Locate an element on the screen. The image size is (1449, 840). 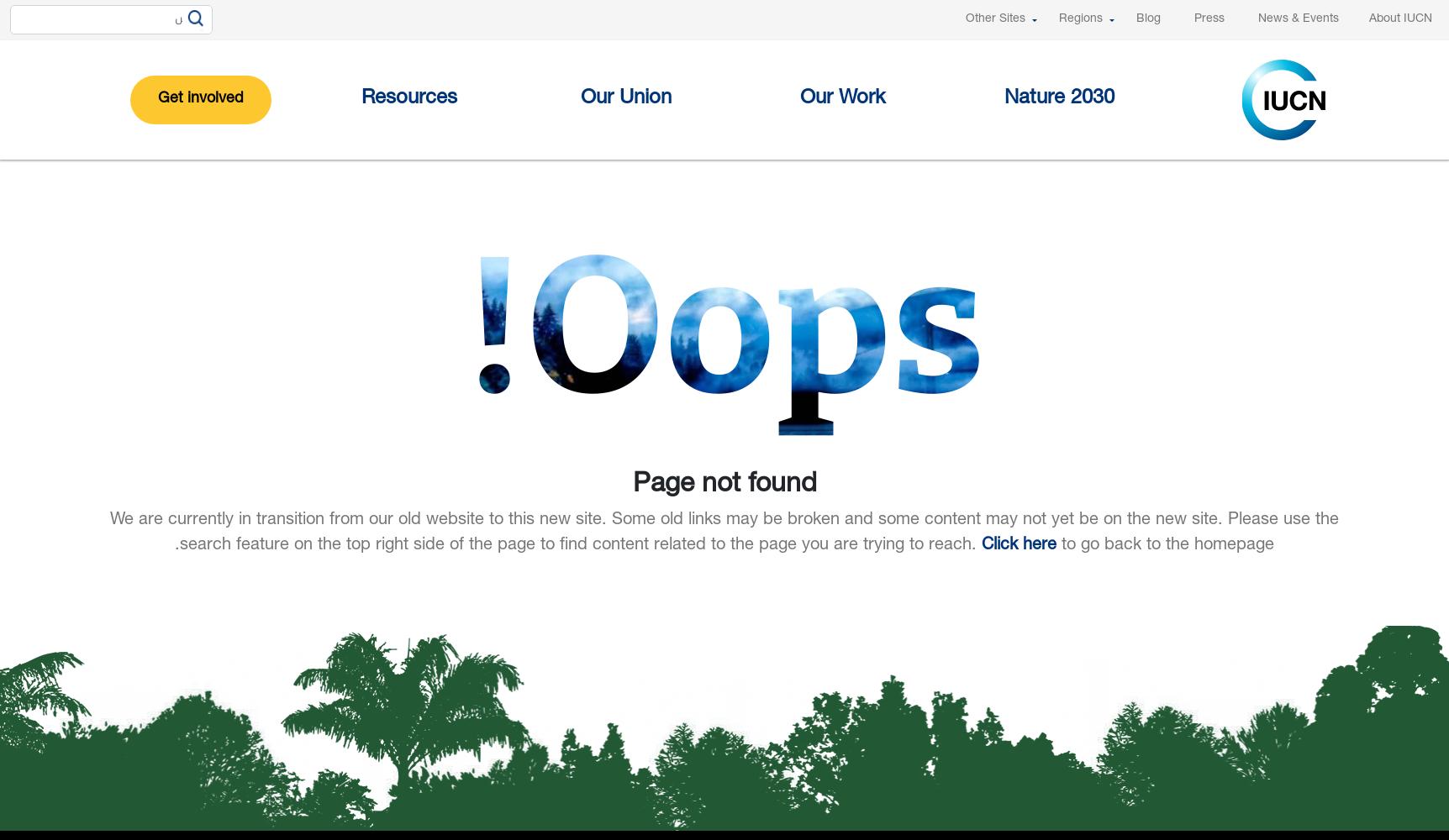
'Ocean' is located at coordinates (699, 294).